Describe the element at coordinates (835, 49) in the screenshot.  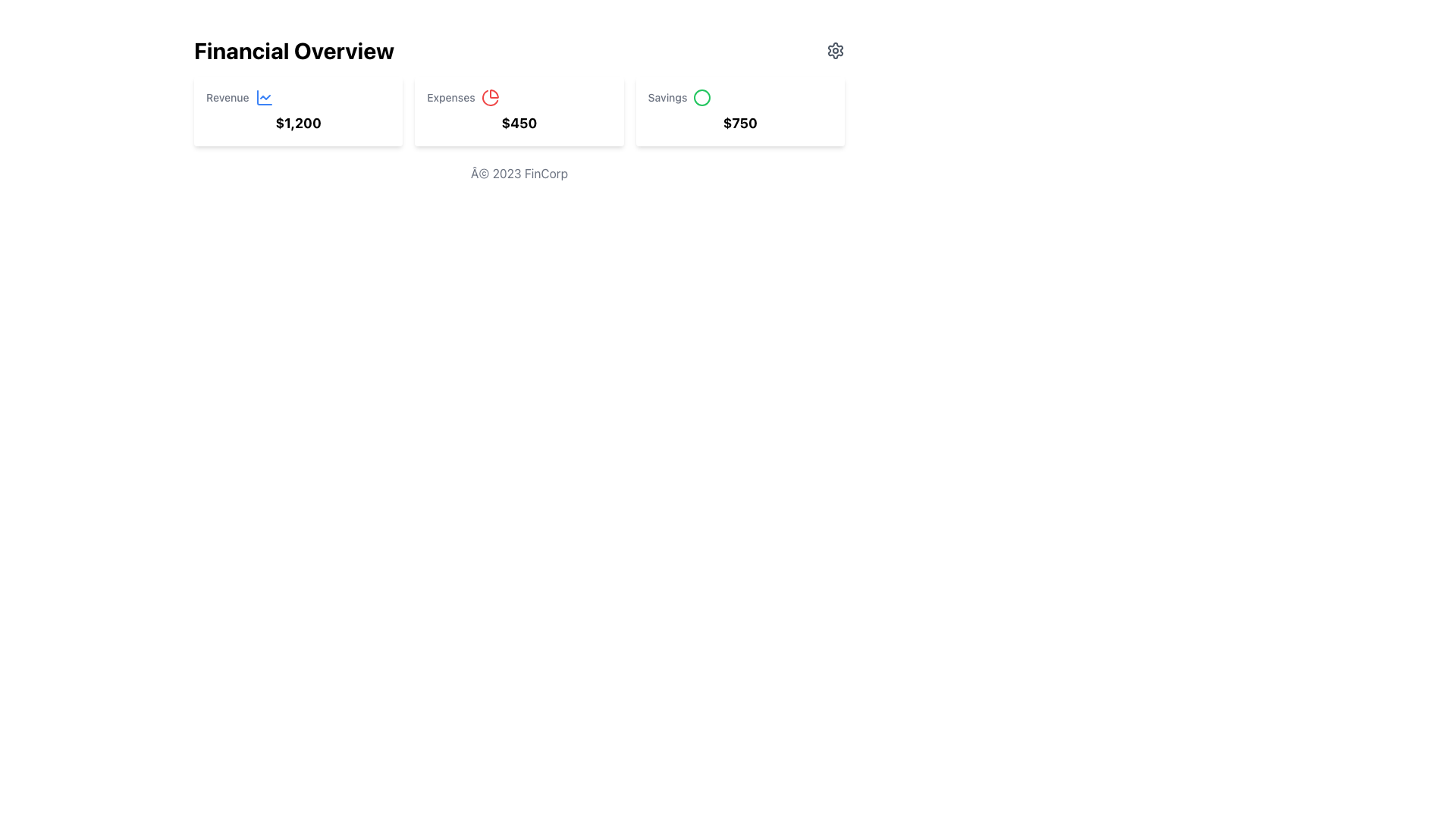
I see `the graphical design of the settings cogwheel icon located at the top-right corner of the interface, above the 'Financial Overview' section` at that location.